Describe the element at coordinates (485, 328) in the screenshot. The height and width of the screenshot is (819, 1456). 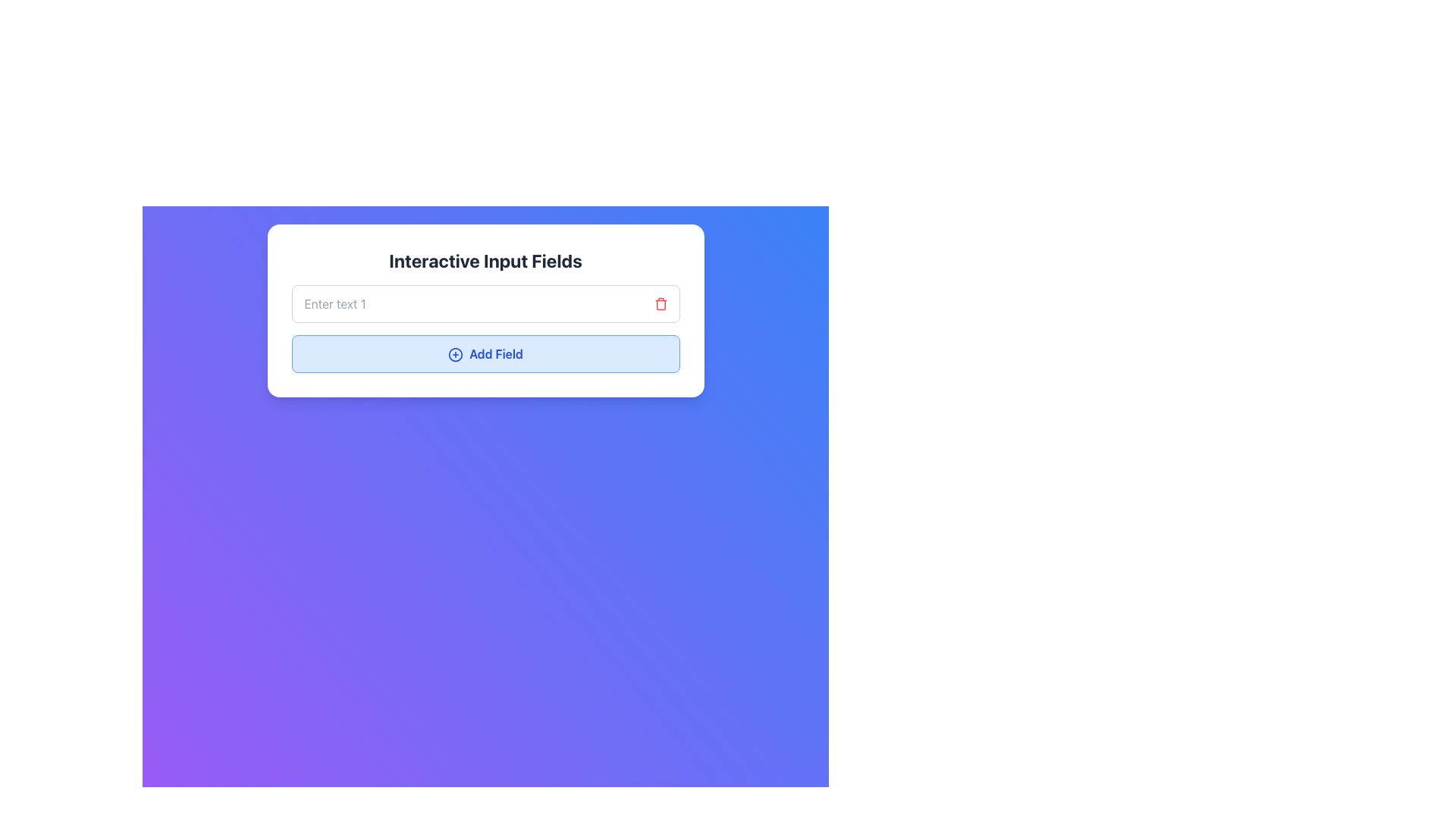
I see `the 'Add Field' button, which has a blue background, rounded corners, and bold text` at that location.